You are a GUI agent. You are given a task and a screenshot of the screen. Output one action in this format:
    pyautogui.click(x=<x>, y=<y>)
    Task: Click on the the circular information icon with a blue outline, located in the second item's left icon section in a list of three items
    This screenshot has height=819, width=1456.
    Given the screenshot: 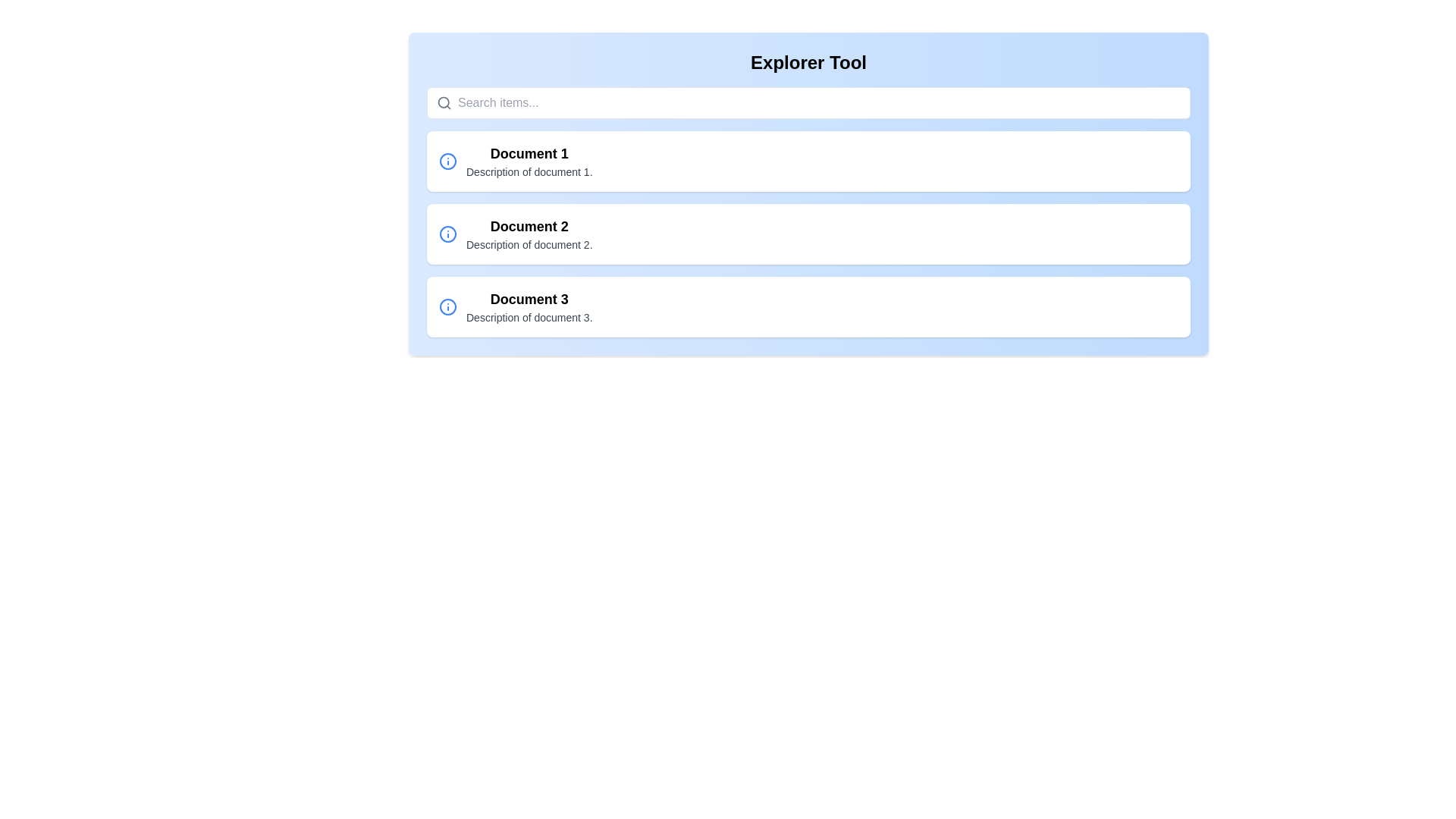 What is the action you would take?
    pyautogui.click(x=447, y=234)
    